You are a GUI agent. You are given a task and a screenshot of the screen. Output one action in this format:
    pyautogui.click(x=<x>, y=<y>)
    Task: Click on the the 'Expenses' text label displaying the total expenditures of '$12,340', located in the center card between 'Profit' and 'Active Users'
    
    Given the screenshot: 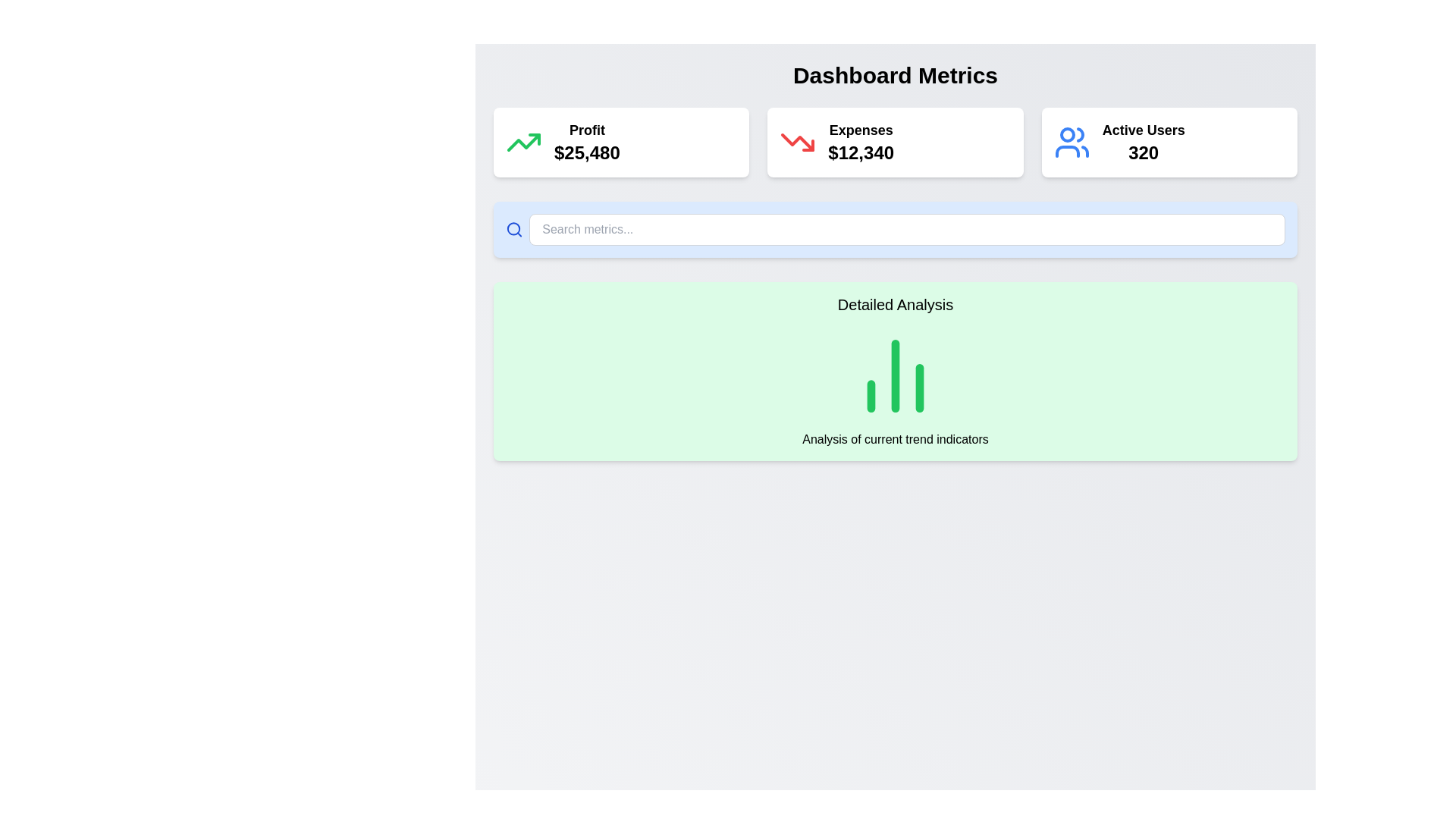 What is the action you would take?
    pyautogui.click(x=861, y=143)
    